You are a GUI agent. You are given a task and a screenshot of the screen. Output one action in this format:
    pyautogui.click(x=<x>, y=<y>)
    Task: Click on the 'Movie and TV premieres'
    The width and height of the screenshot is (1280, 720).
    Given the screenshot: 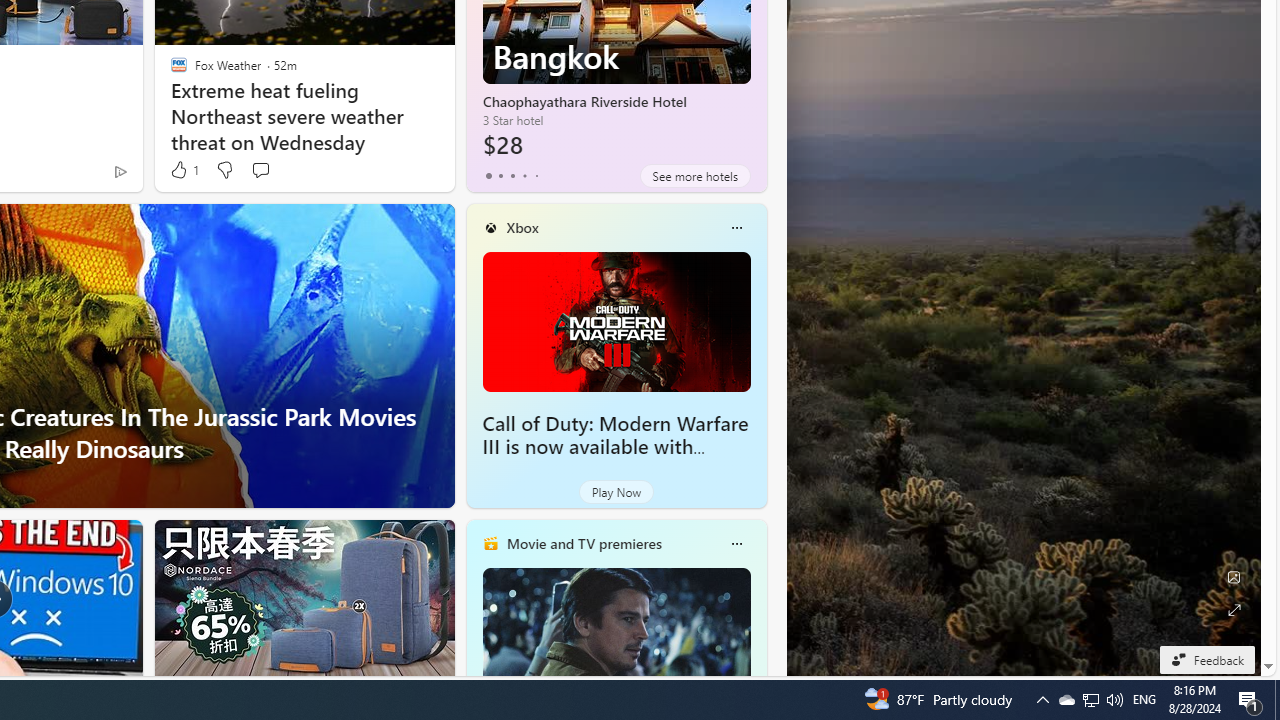 What is the action you would take?
    pyautogui.click(x=582, y=543)
    